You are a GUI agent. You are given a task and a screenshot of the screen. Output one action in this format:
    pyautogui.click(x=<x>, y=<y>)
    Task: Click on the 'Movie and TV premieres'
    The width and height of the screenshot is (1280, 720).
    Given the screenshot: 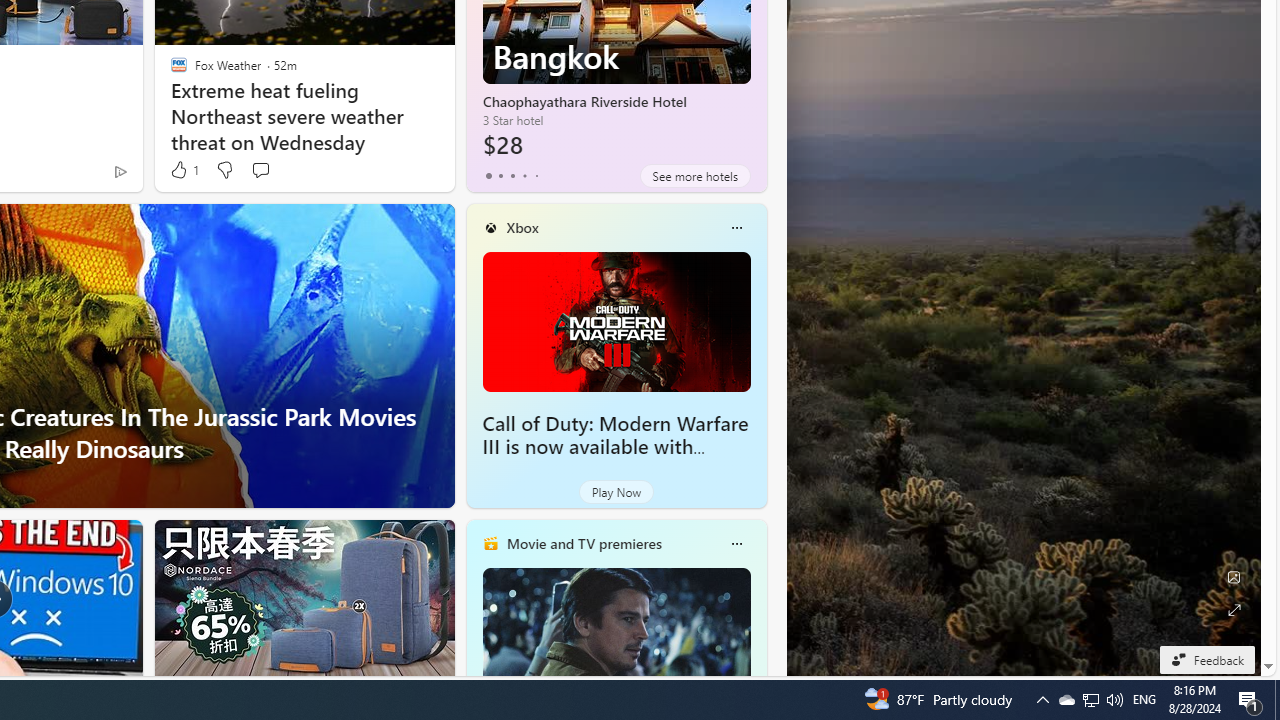 What is the action you would take?
    pyautogui.click(x=582, y=543)
    